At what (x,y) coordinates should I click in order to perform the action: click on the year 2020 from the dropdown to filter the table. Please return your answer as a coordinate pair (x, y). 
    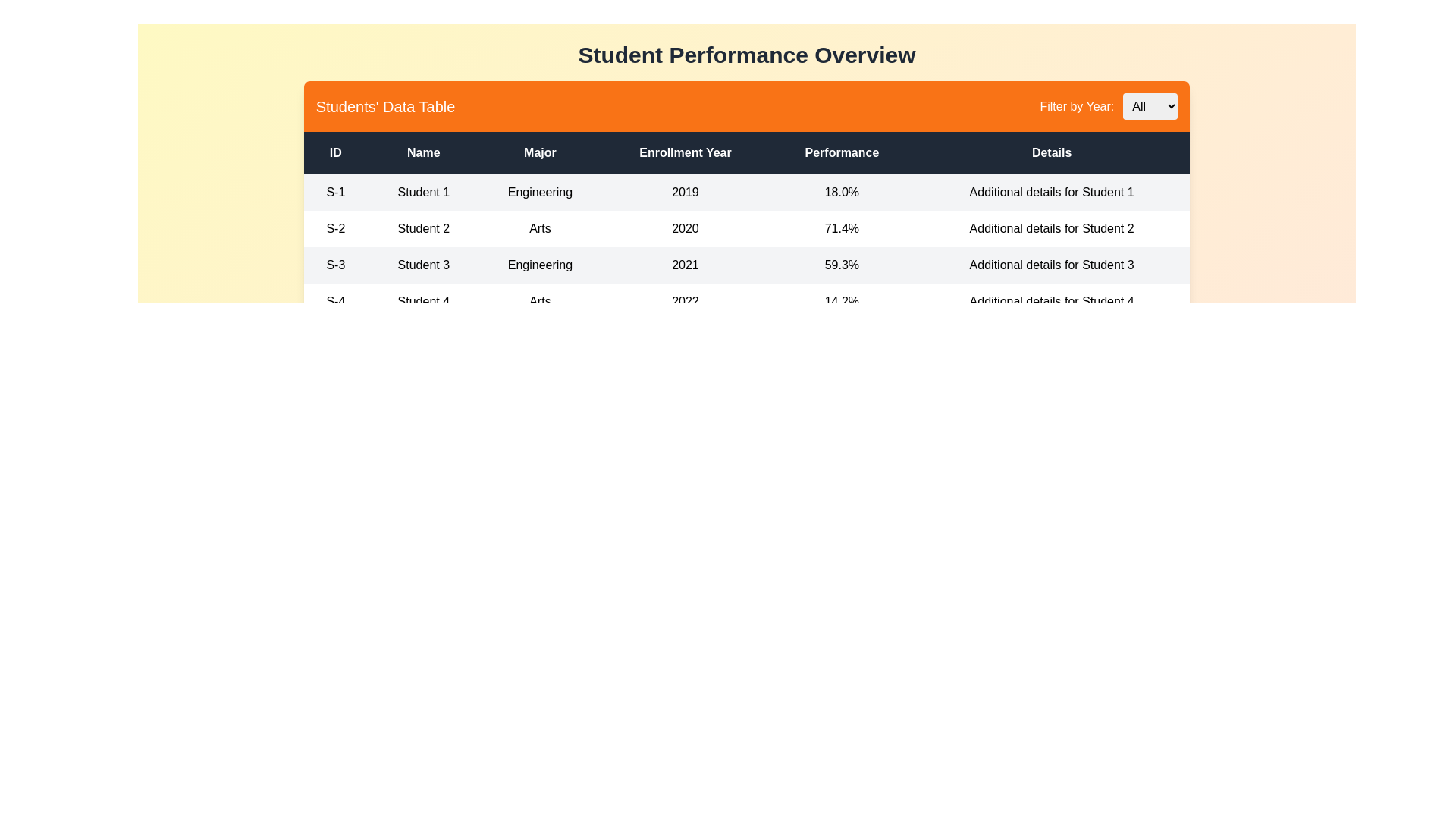
    Looking at the image, I should click on (1150, 105).